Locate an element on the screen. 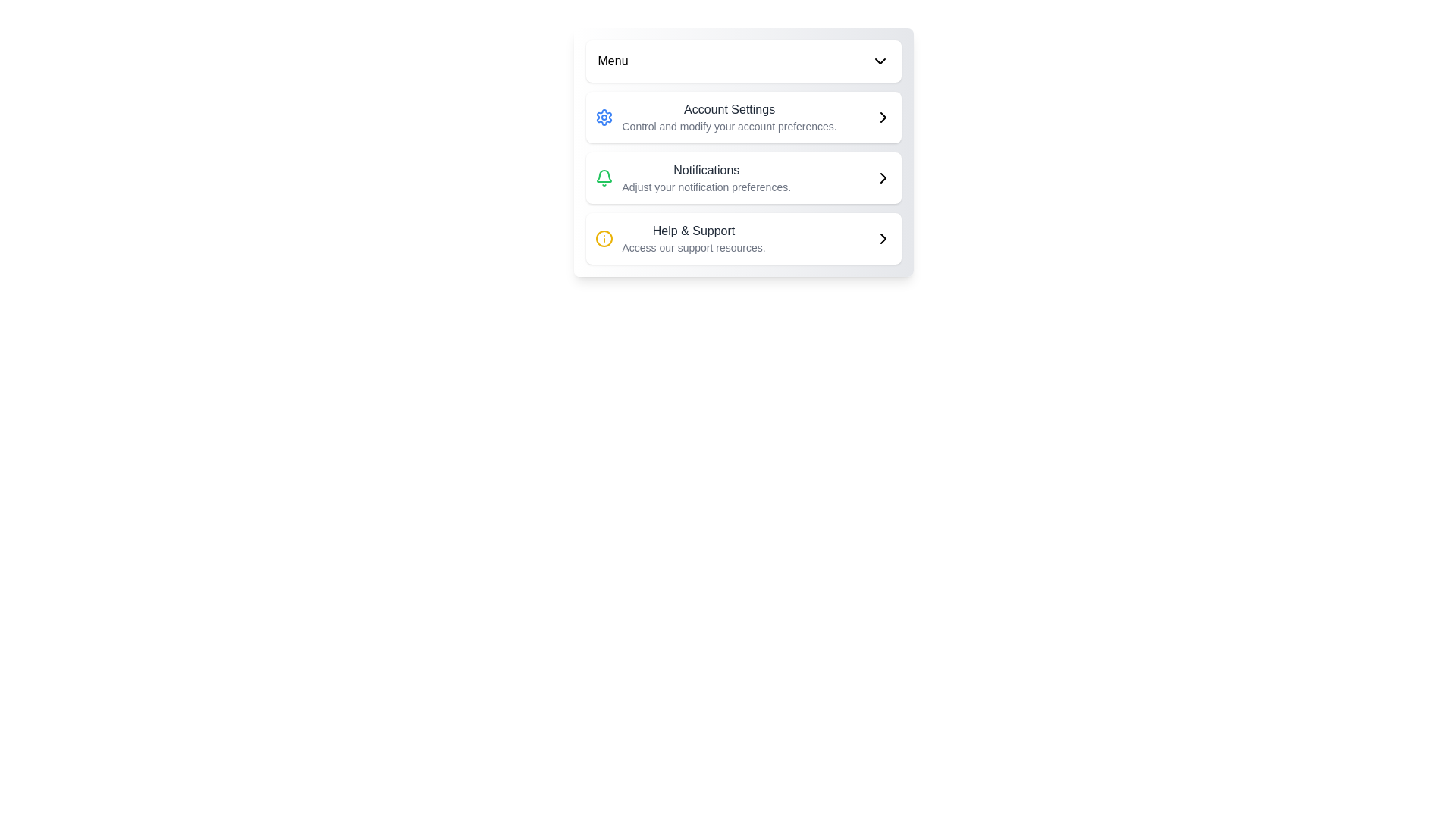 This screenshot has width=1456, height=819. the label indicating account settings adjustment, which is positioned in the first section of the vertical menu list, between the 'Menu' dropdown and the descriptive text below is located at coordinates (730, 109).